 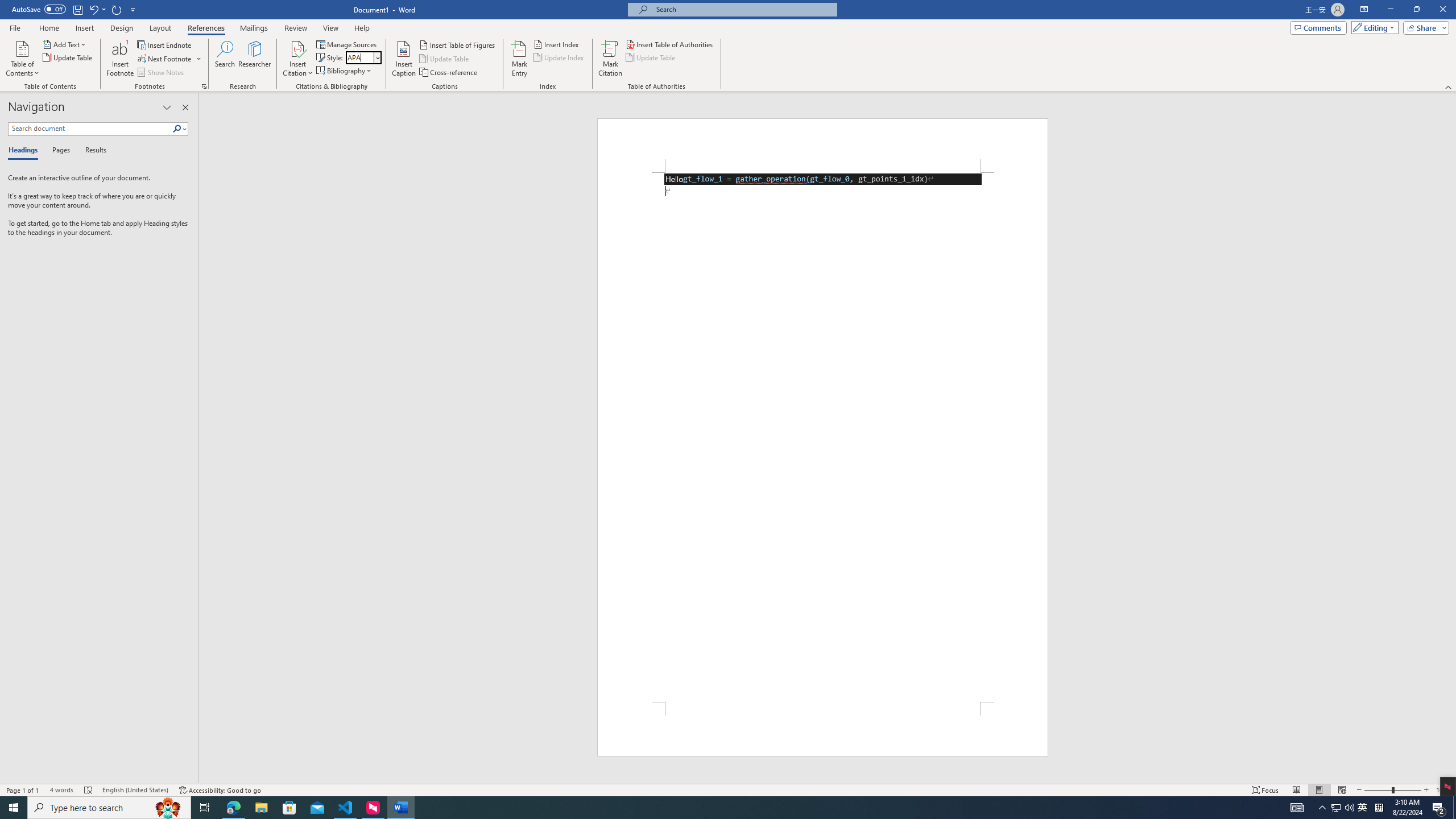 I want to click on 'Next Footnote', so click(x=169, y=59).